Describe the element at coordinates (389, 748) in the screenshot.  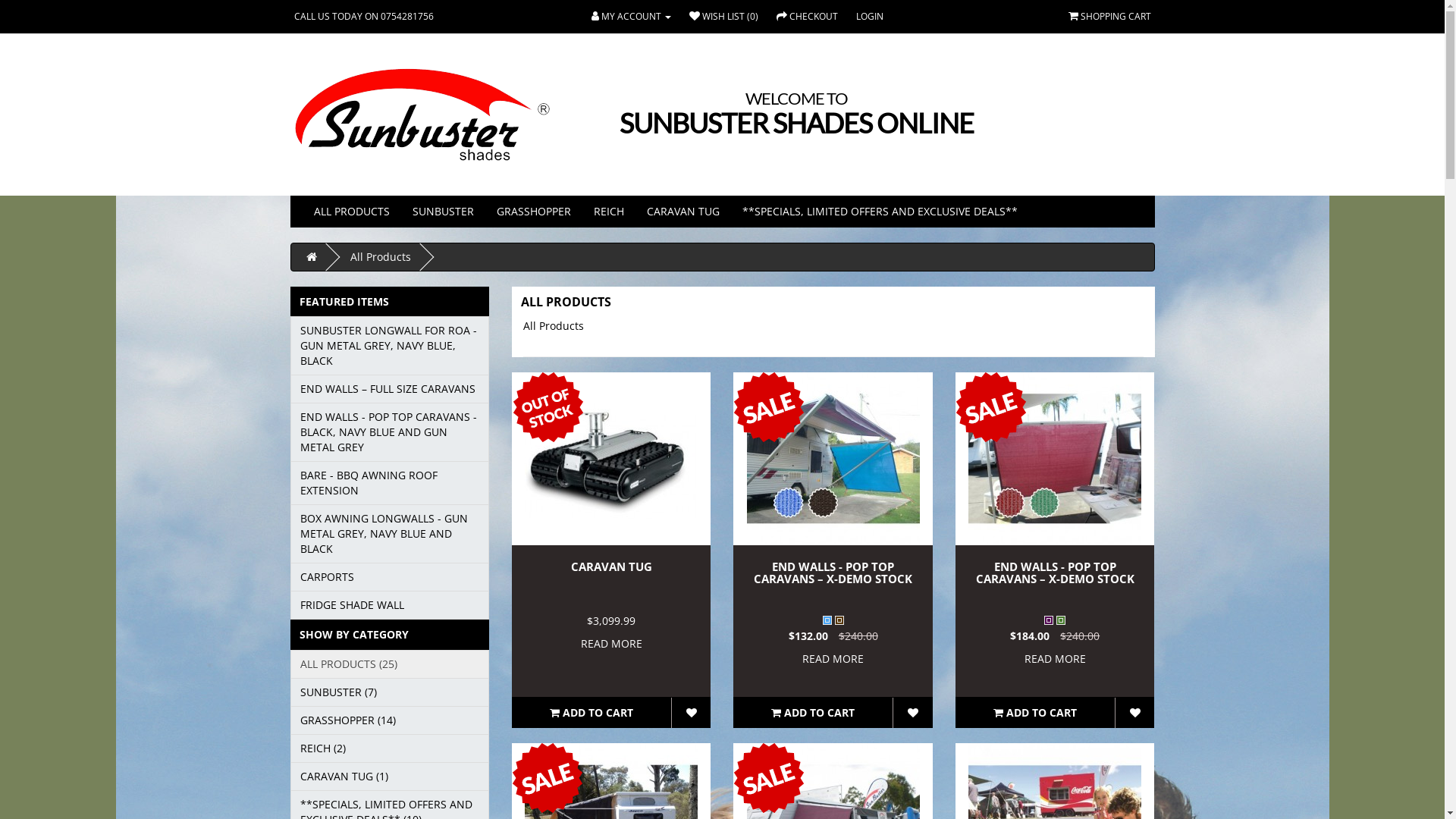
I see `'REICH (2)'` at that location.